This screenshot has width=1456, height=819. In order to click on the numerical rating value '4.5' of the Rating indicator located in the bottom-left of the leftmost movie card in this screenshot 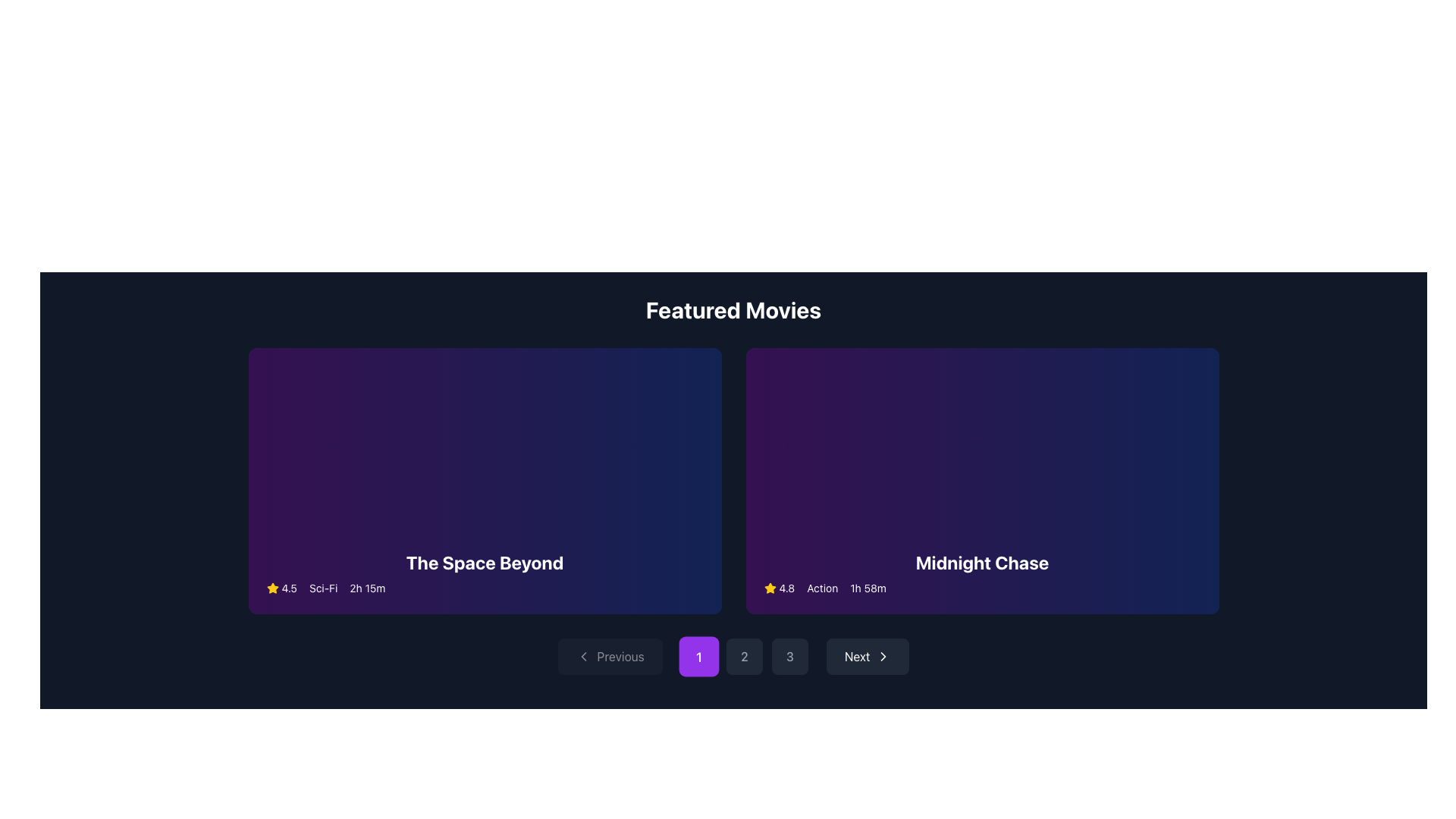, I will do `click(281, 587)`.